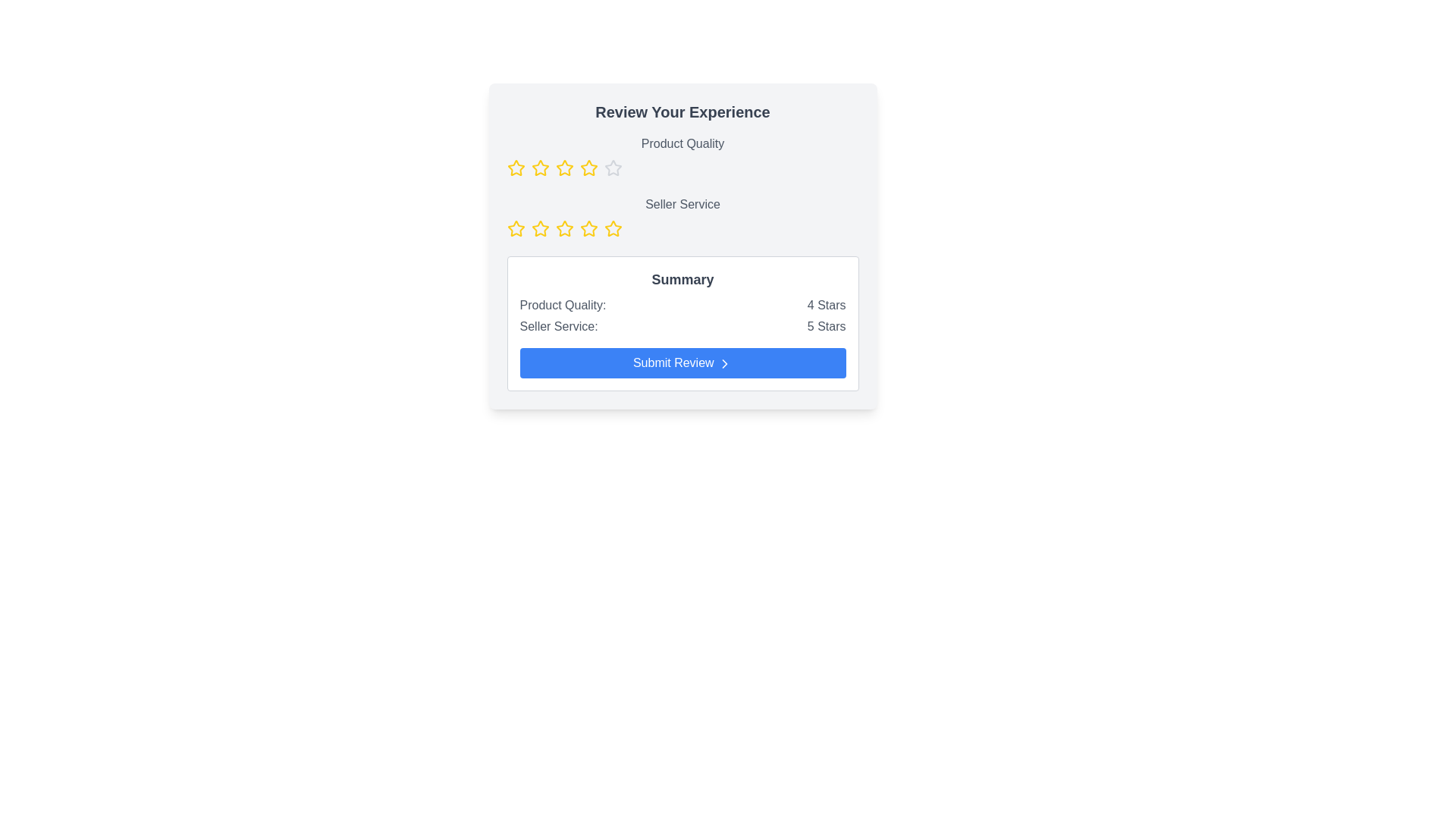 The width and height of the screenshot is (1456, 819). Describe the element at coordinates (682, 323) in the screenshot. I see `summary information from the Summary Section located below the 'Review Your Experience' title and star ratings, which includes a brief overview of ratings for product quality and seller service` at that location.